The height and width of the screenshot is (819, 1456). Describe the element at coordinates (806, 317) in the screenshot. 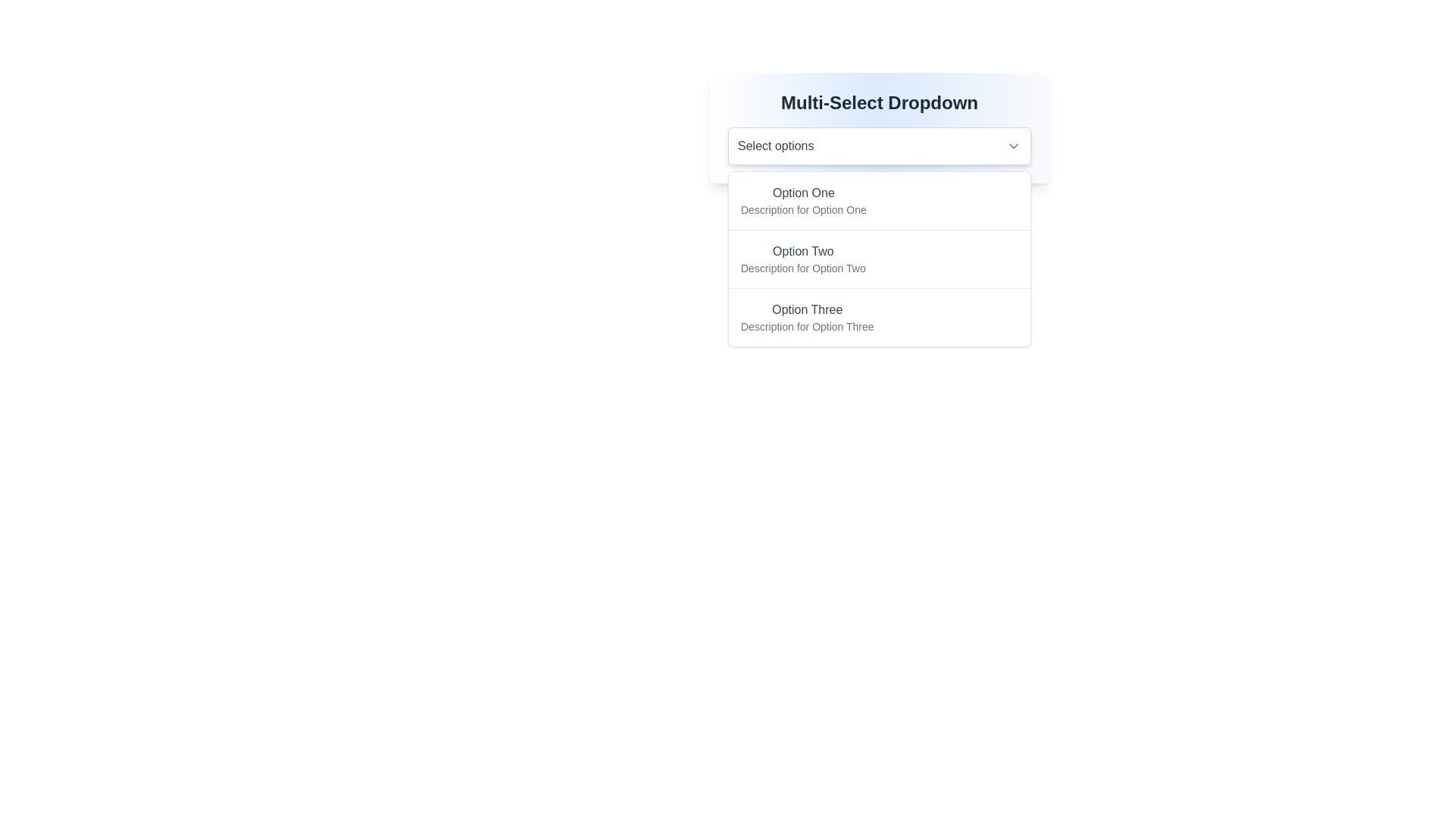

I see `the third option in the dropdown menu to activate it by clicking` at that location.